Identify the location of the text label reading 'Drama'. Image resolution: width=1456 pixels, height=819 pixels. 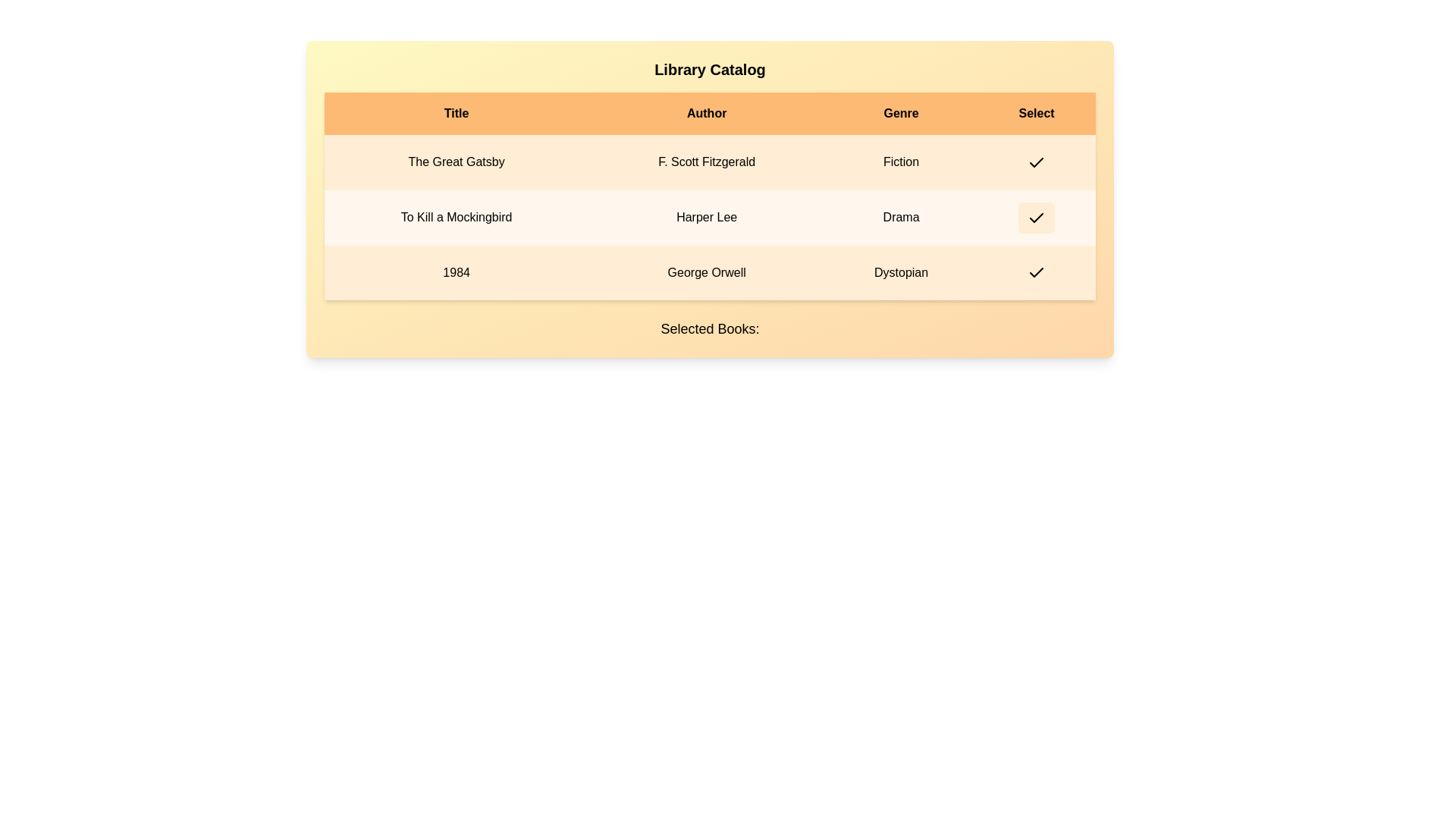
(901, 218).